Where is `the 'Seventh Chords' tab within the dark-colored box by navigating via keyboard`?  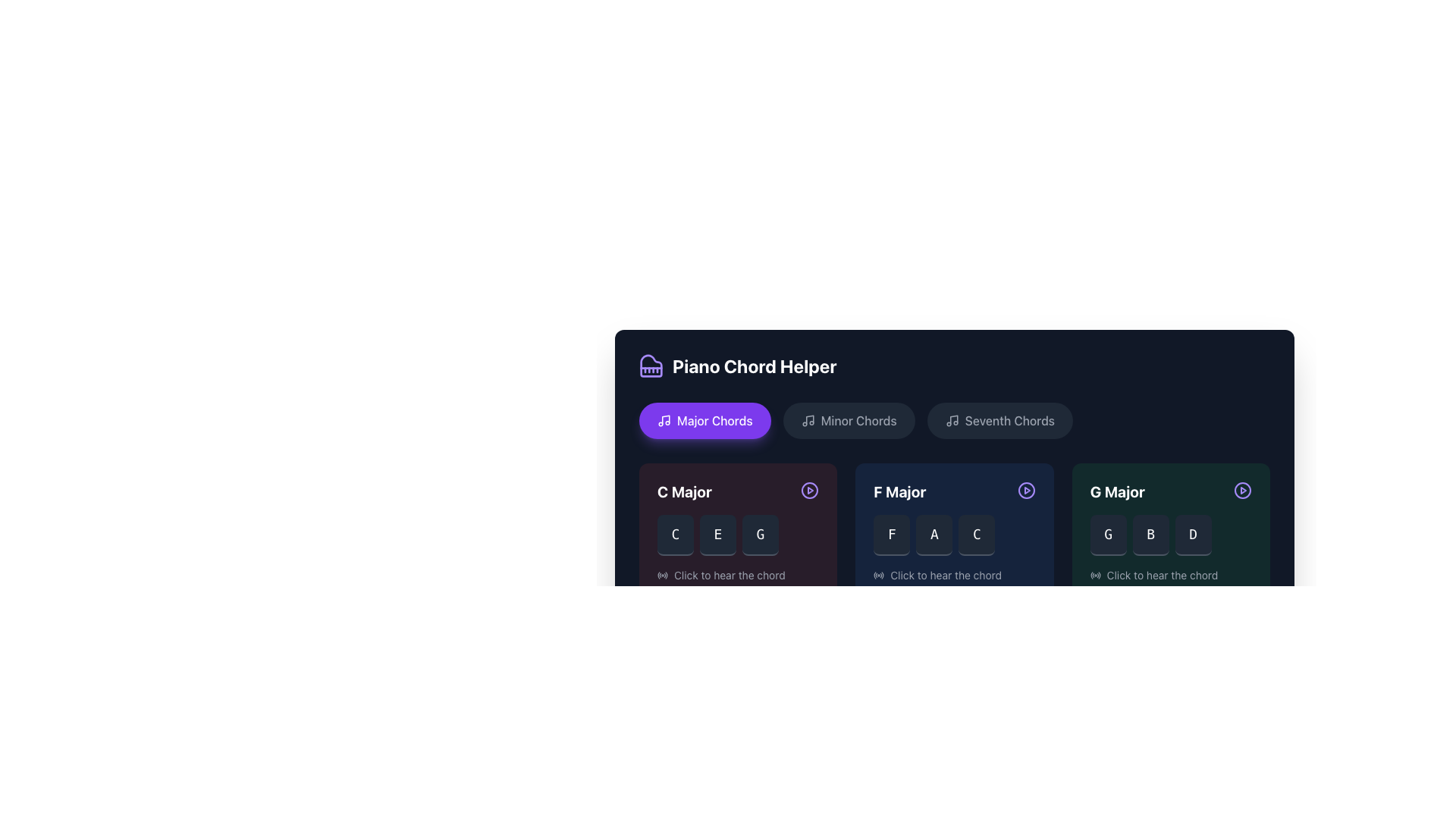 the 'Seventh Chords' tab within the dark-colored box by navigating via keyboard is located at coordinates (955, 447).